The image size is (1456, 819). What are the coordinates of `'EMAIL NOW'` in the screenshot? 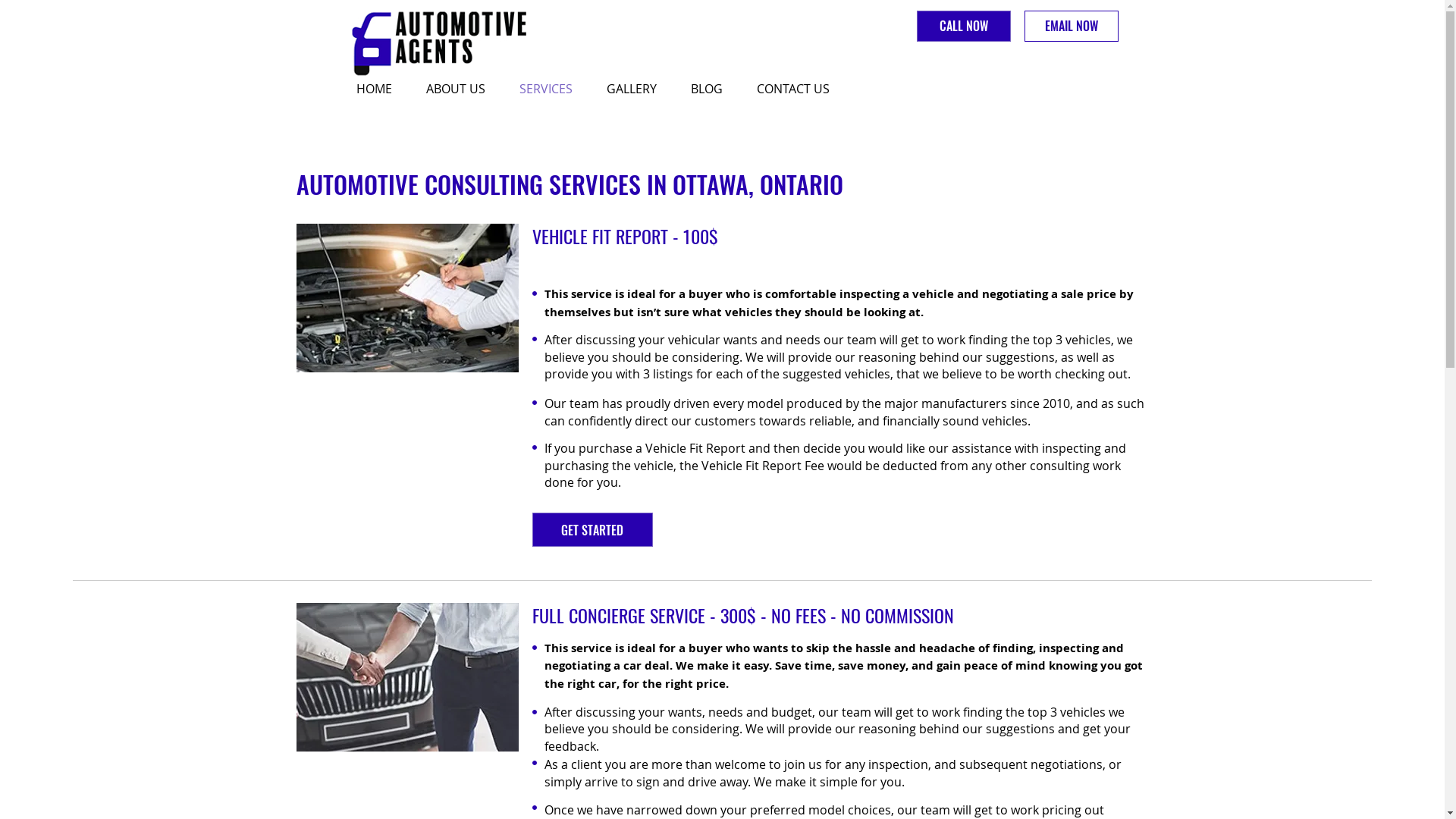 It's located at (1069, 26).